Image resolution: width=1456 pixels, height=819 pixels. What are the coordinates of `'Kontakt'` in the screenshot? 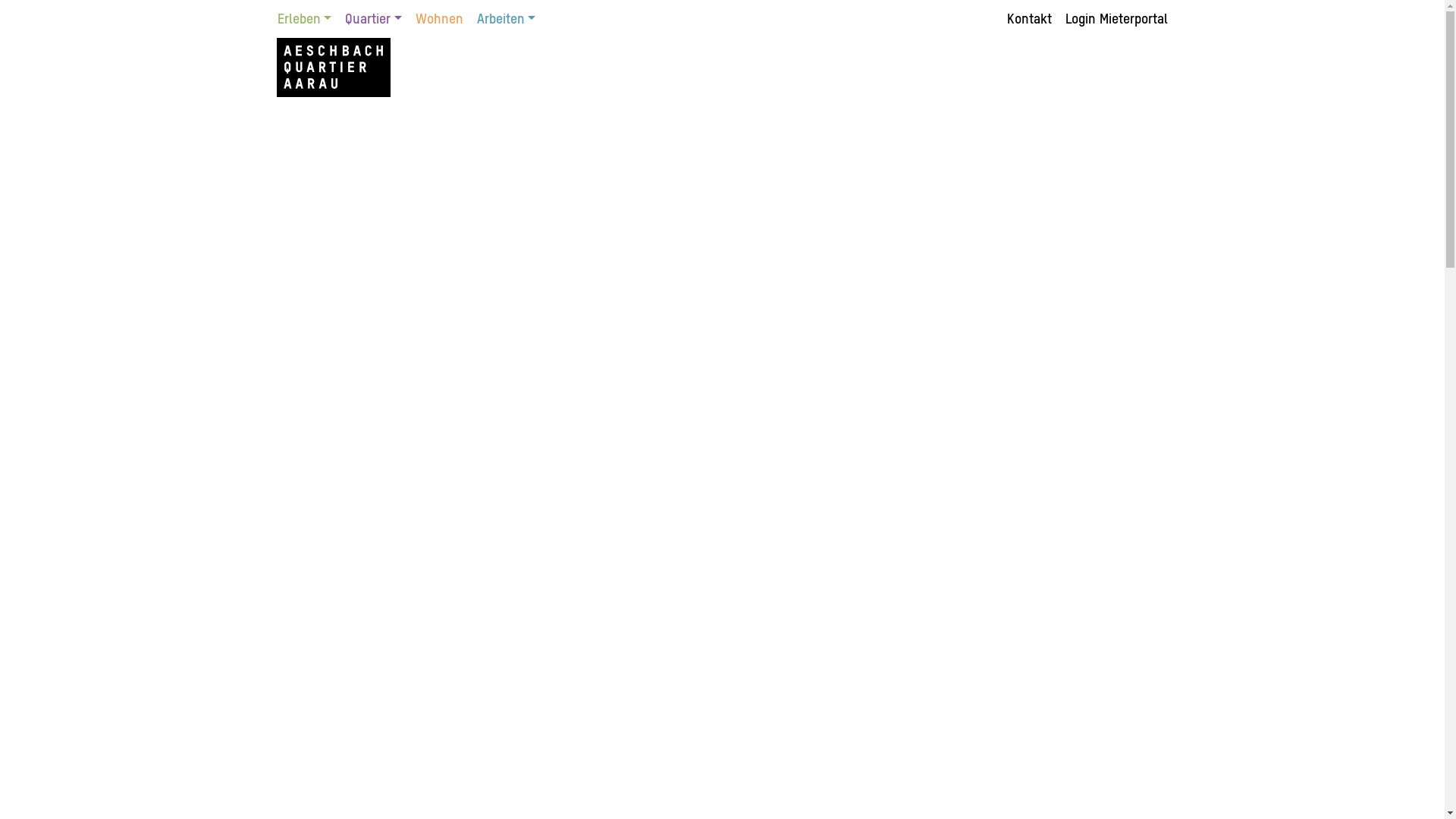 It's located at (1031, 20).